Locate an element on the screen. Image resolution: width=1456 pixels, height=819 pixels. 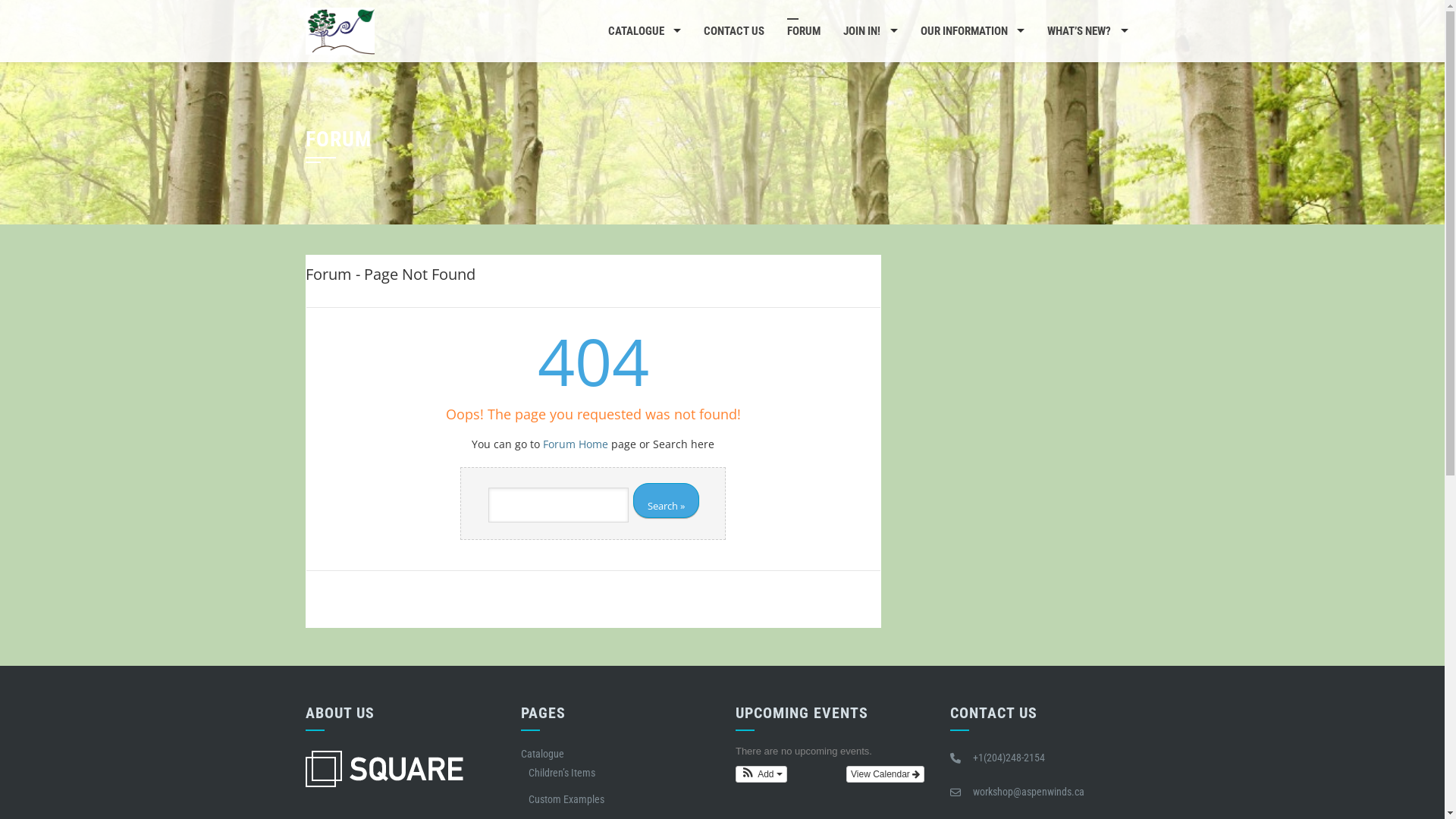
'FORUM' is located at coordinates (803, 31).